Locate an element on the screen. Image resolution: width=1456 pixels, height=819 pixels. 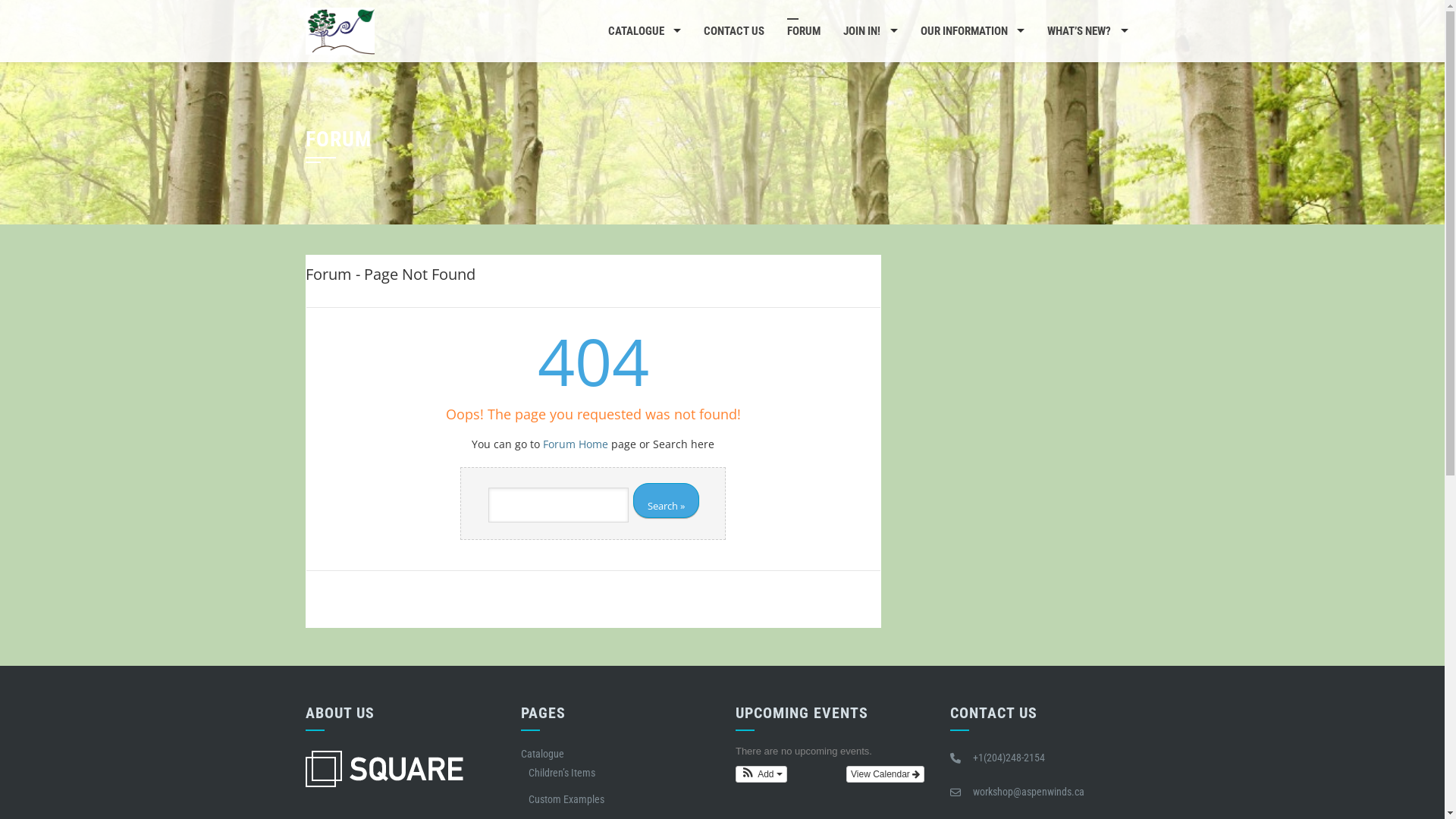
'FORUM' is located at coordinates (803, 31).